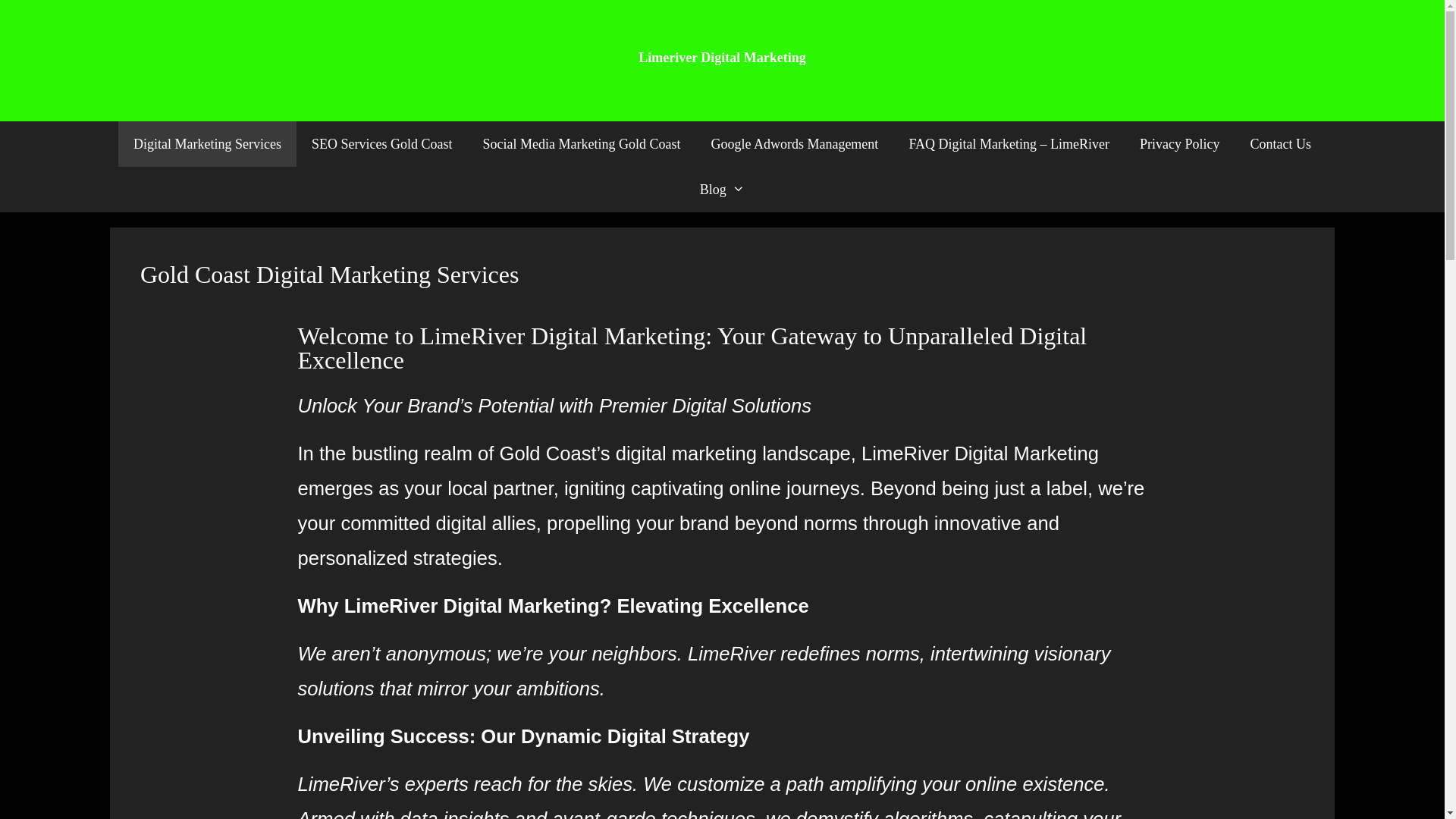  Describe the element at coordinates (721, 57) in the screenshot. I see `'Limeriver Digital Marketing'` at that location.